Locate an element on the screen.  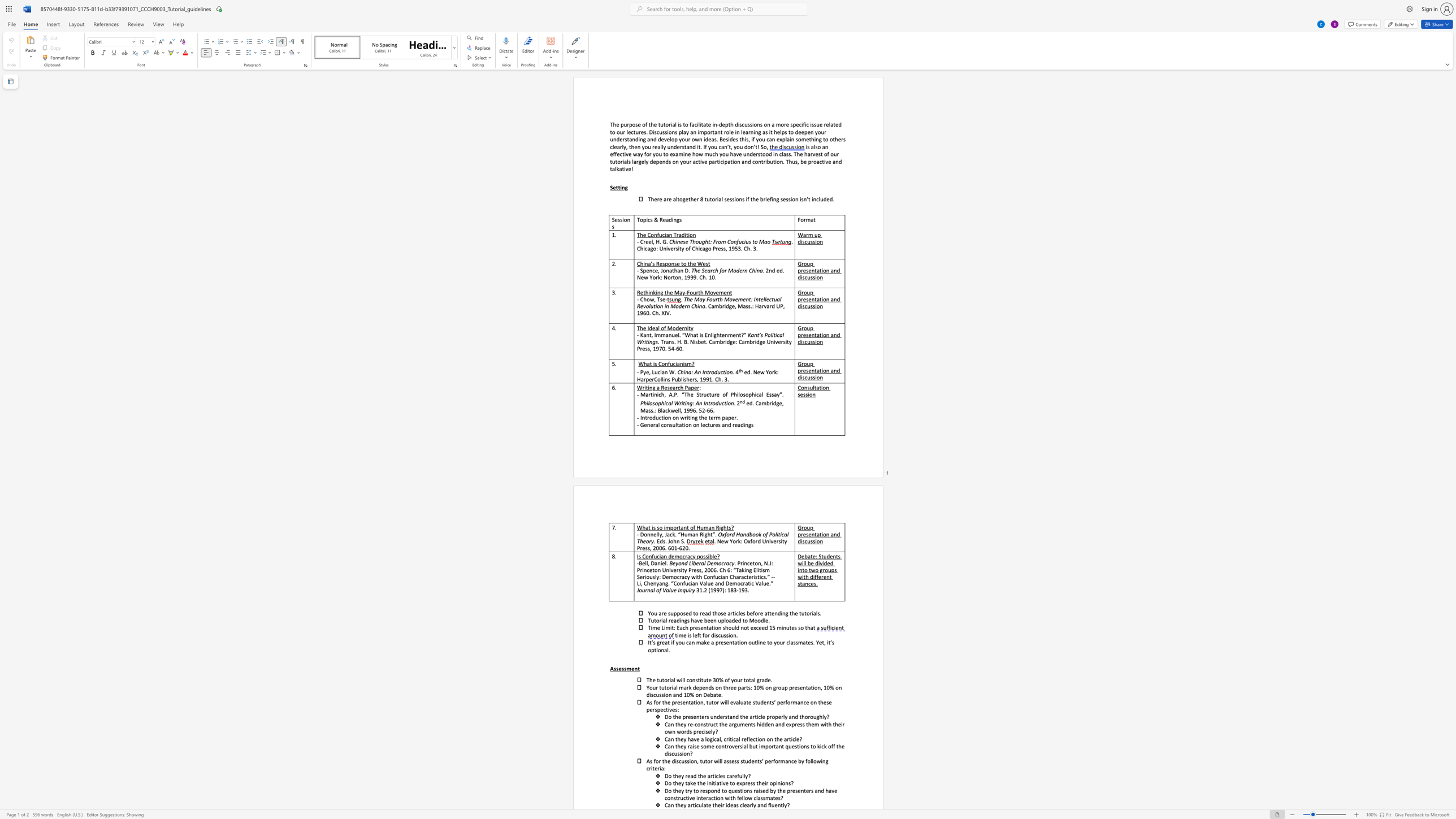
the 2th character "t" in the text is located at coordinates (731, 161).